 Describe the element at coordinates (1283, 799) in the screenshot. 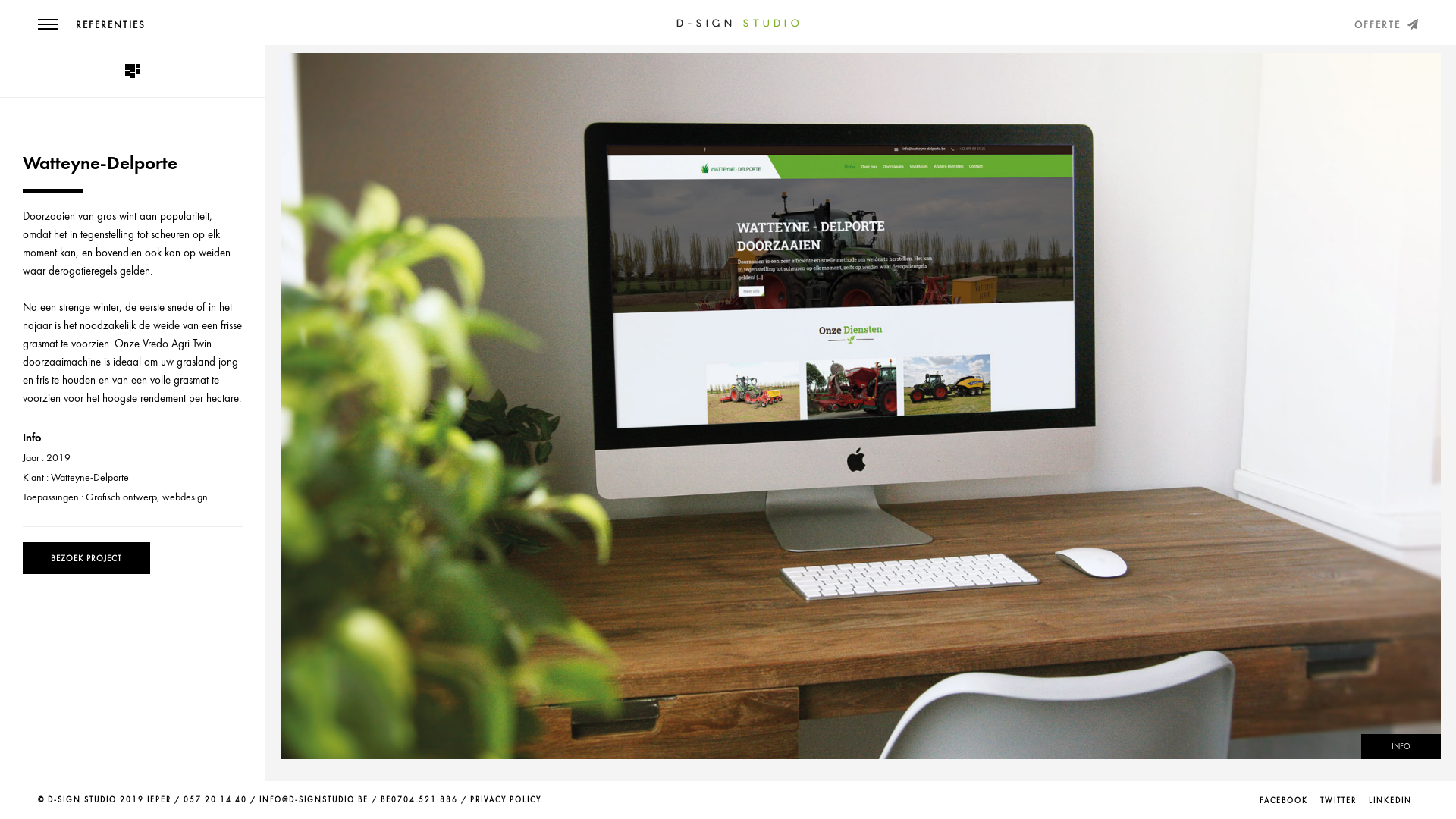

I see `'FACEBOOK'` at that location.